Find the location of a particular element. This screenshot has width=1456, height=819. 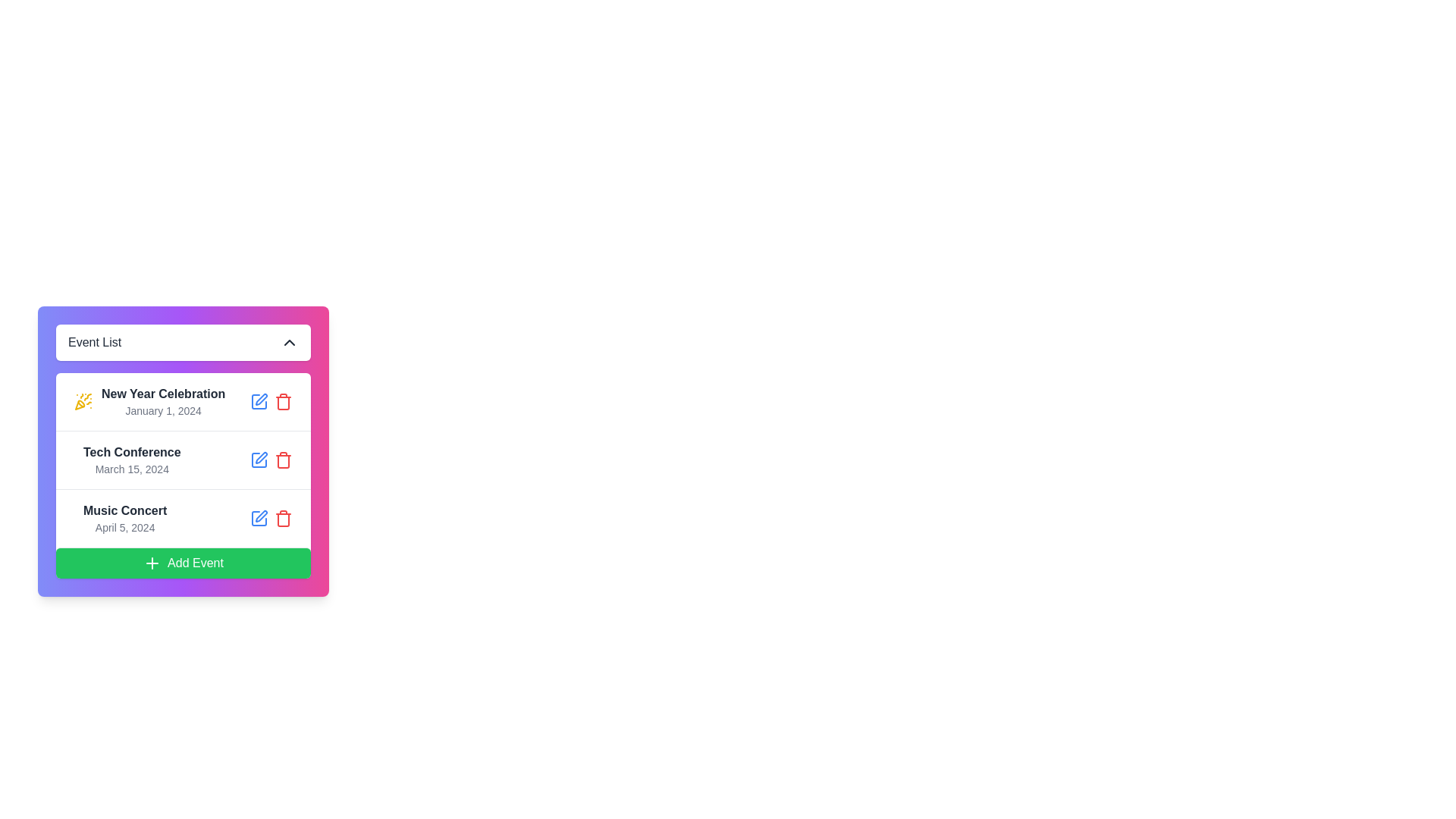

the button that adds a new event to the list located at the bottom of the 'Event List' panel by moving the cursor to its center is located at coordinates (182, 562).